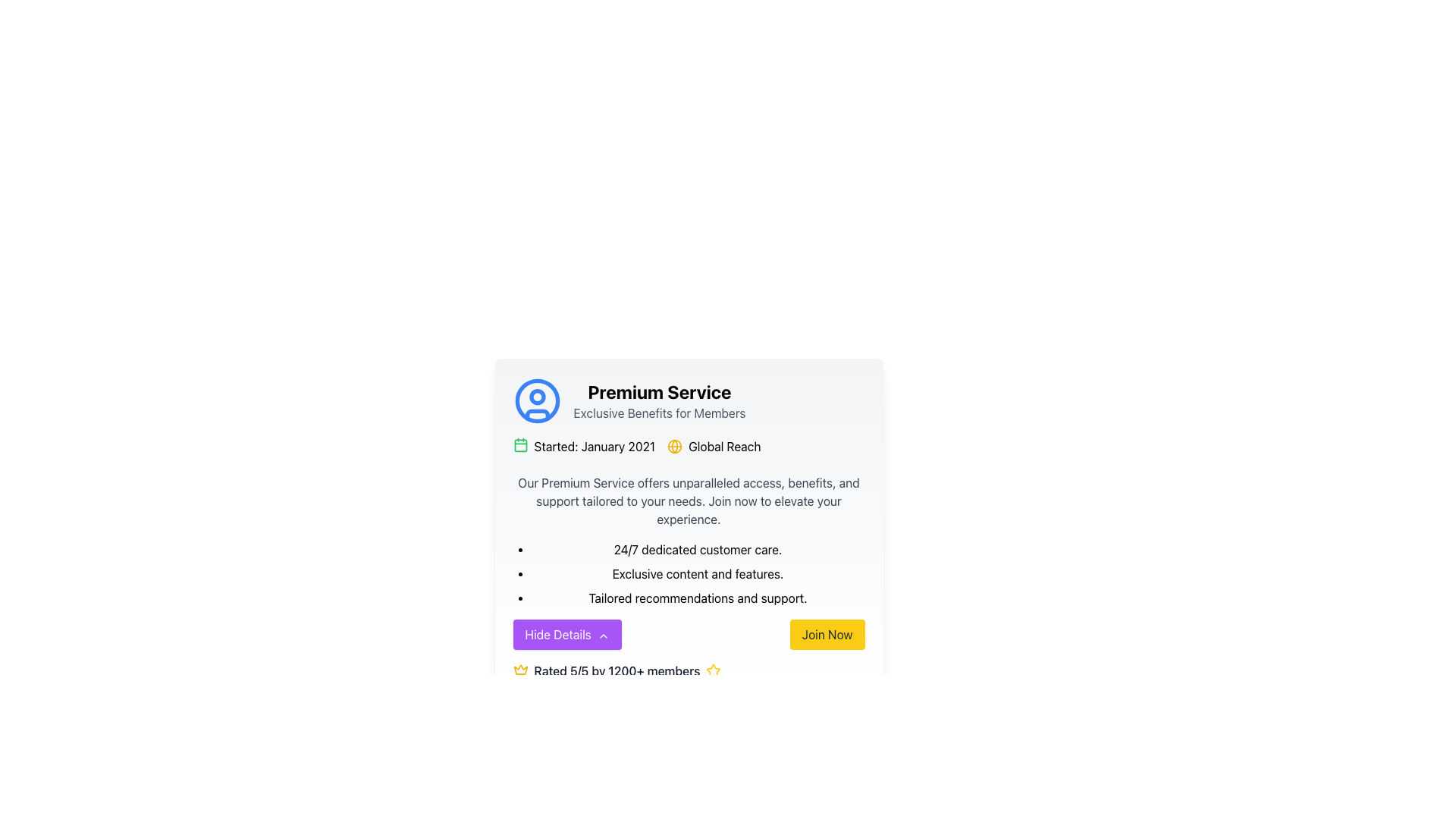 Image resolution: width=1456 pixels, height=819 pixels. I want to click on testimonial/rating text that states 'Rated 5/5 by 1200+ members' located at the bottom of the premium membership details card, beneath the 'Hide Details' and 'Join Now' buttons, so click(688, 670).